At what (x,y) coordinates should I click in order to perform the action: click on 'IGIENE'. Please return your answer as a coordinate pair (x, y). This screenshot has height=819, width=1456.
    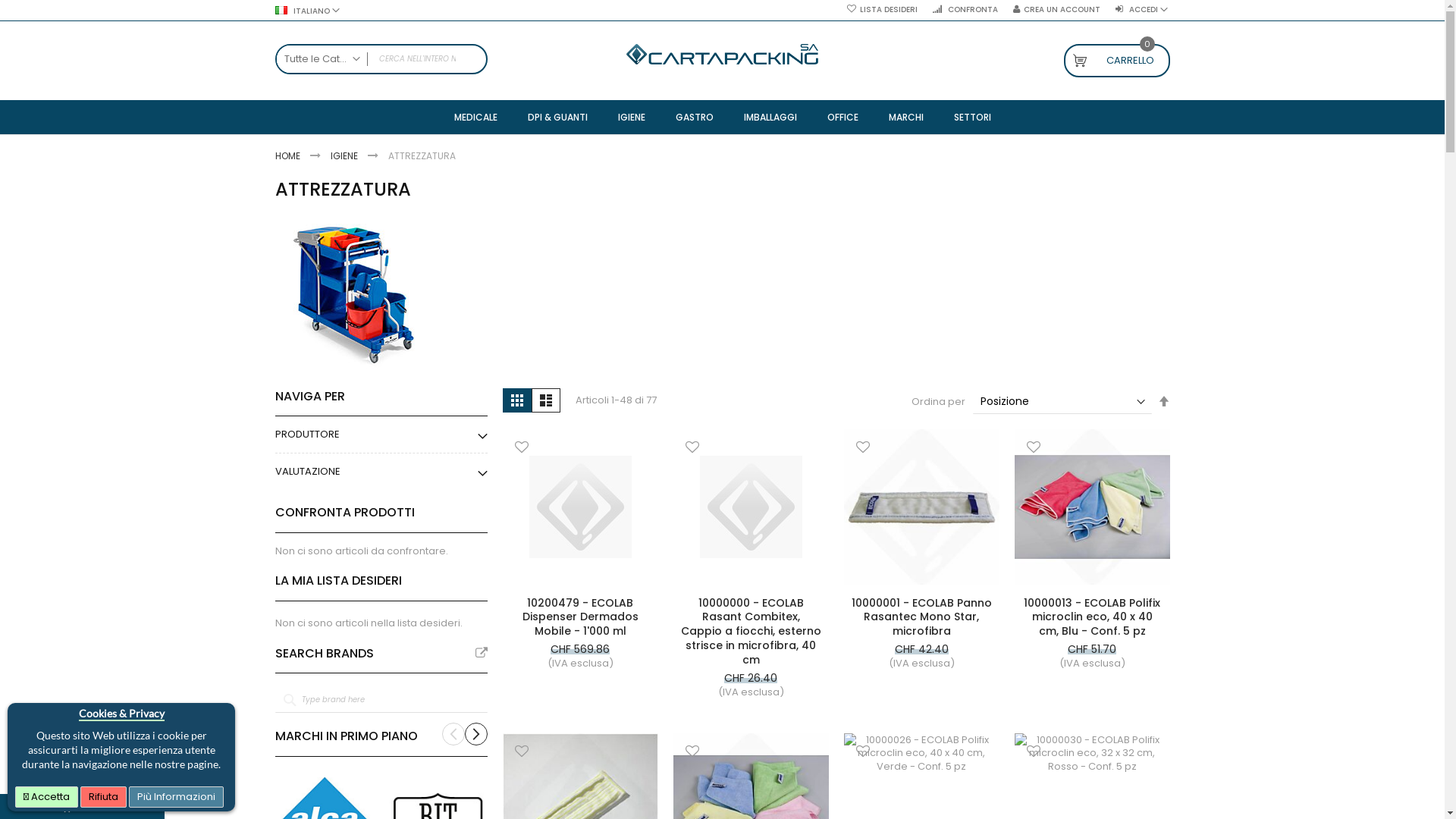
    Looking at the image, I should click on (344, 155).